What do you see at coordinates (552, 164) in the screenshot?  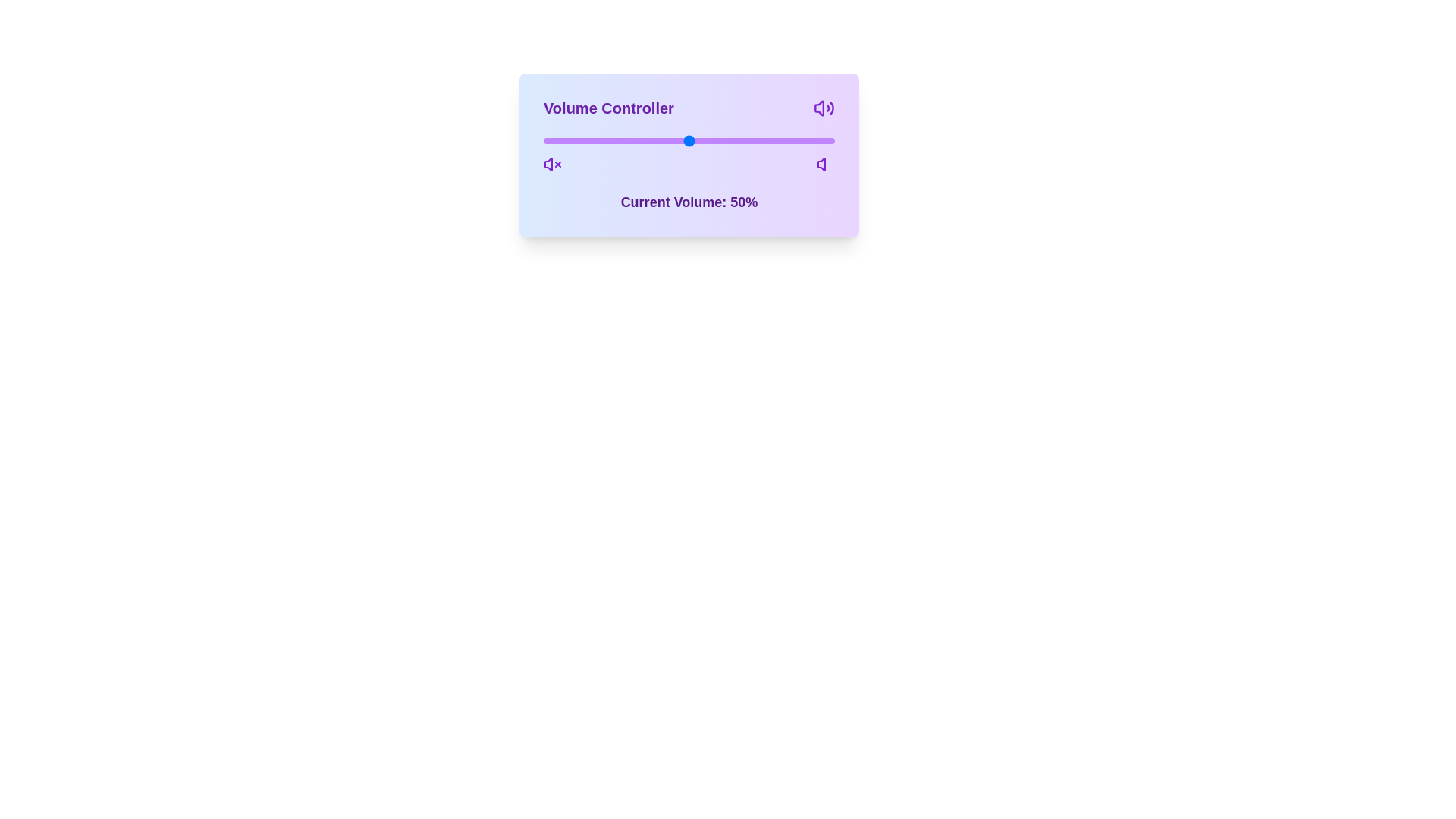 I see `the mute icon to toggle the mute state` at bounding box center [552, 164].